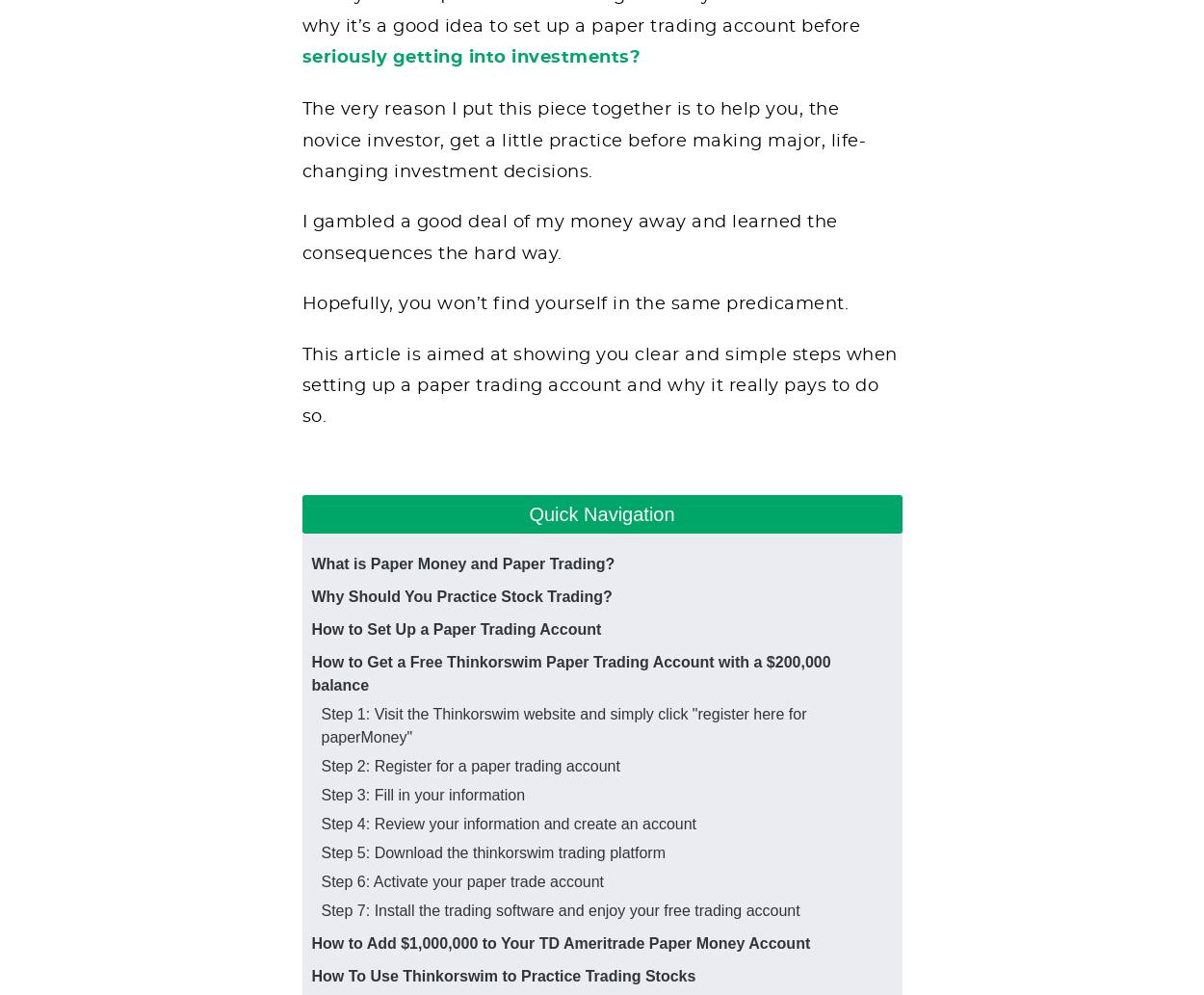 This screenshot has height=995, width=1204. Describe the element at coordinates (455, 627) in the screenshot. I see `'How to Set Up a Paper Trading Account'` at that location.